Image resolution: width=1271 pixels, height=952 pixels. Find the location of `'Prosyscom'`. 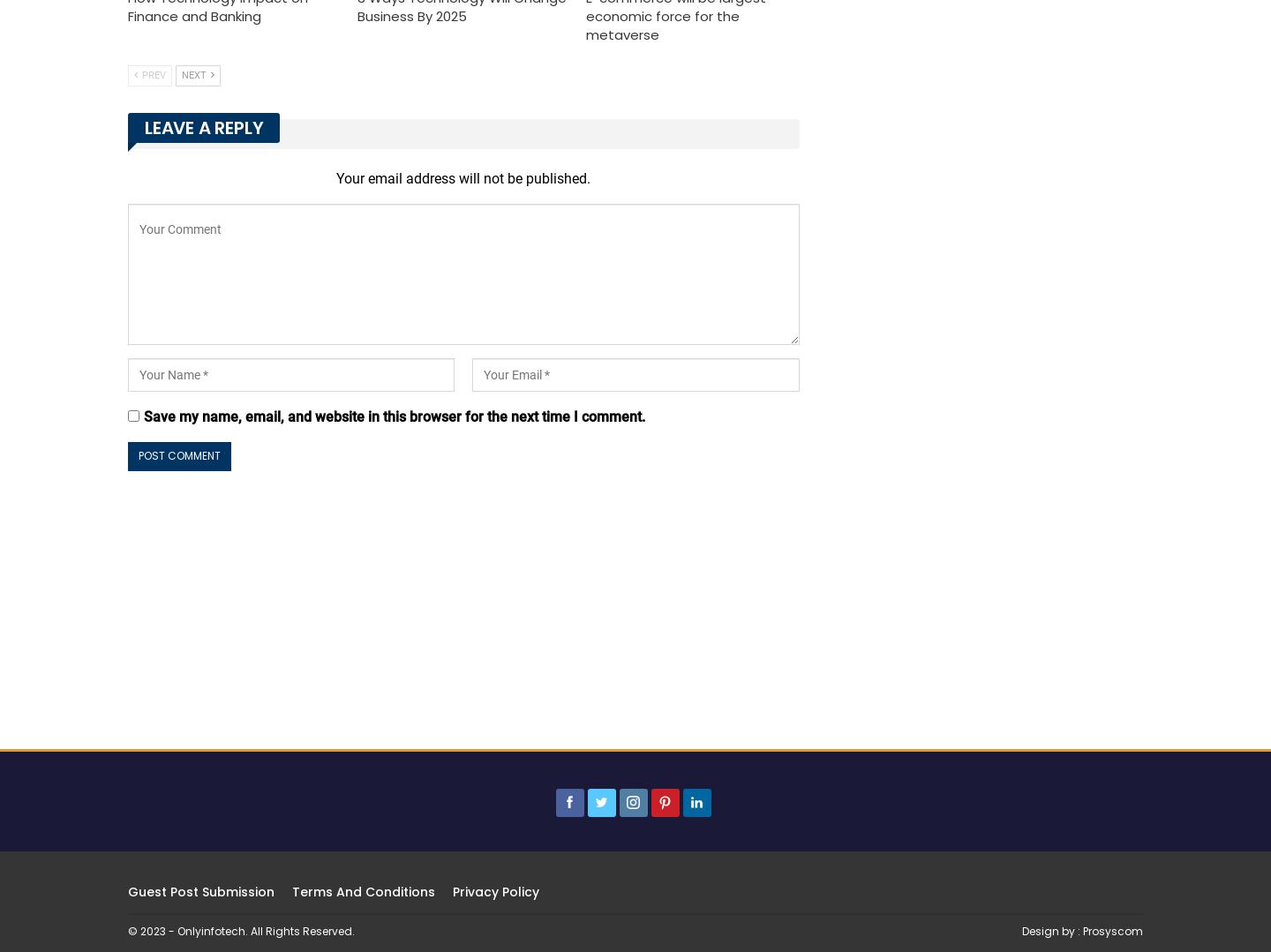

'Prosyscom' is located at coordinates (1082, 929).